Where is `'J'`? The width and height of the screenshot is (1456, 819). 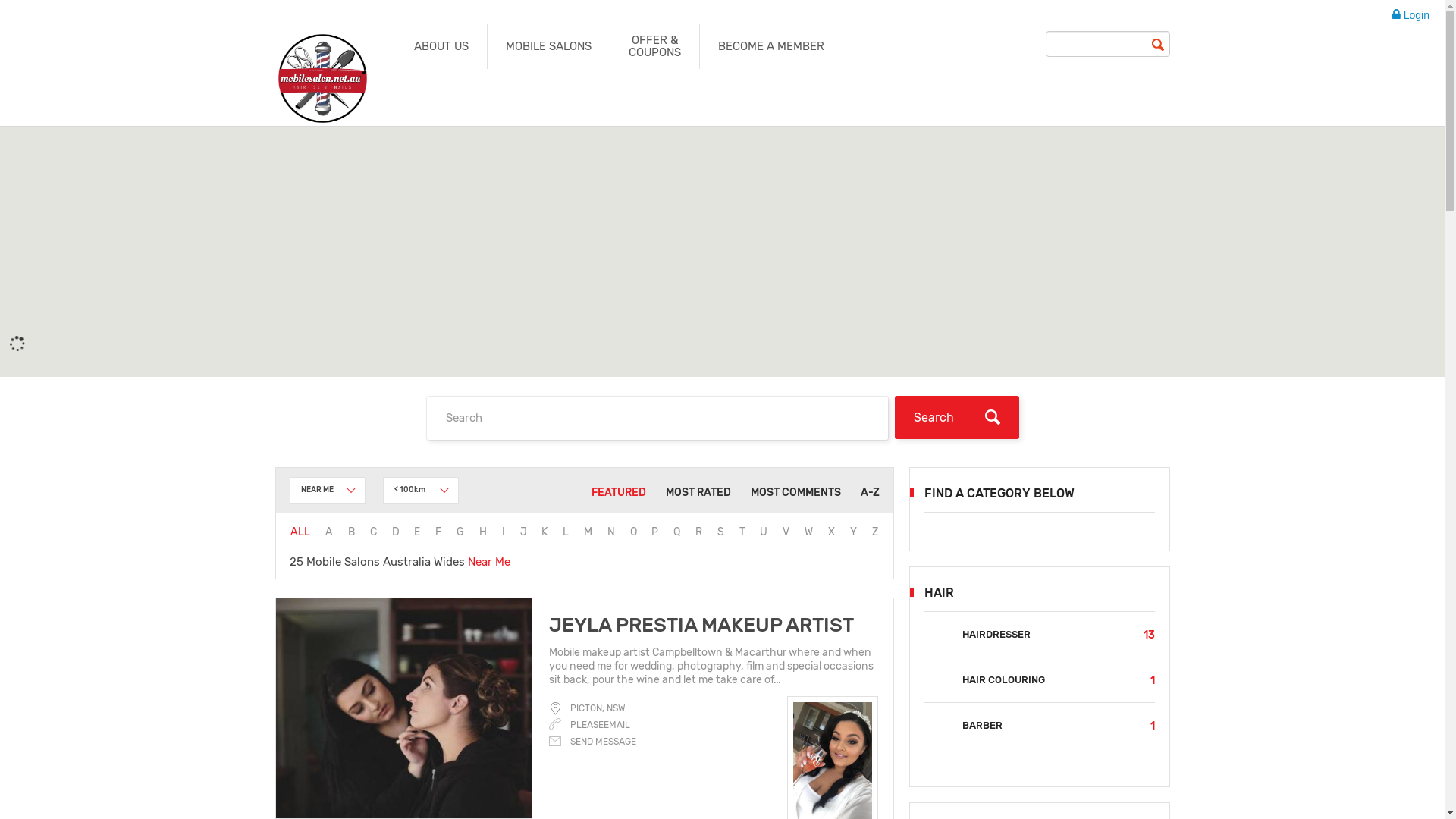
'J' is located at coordinates (523, 531).